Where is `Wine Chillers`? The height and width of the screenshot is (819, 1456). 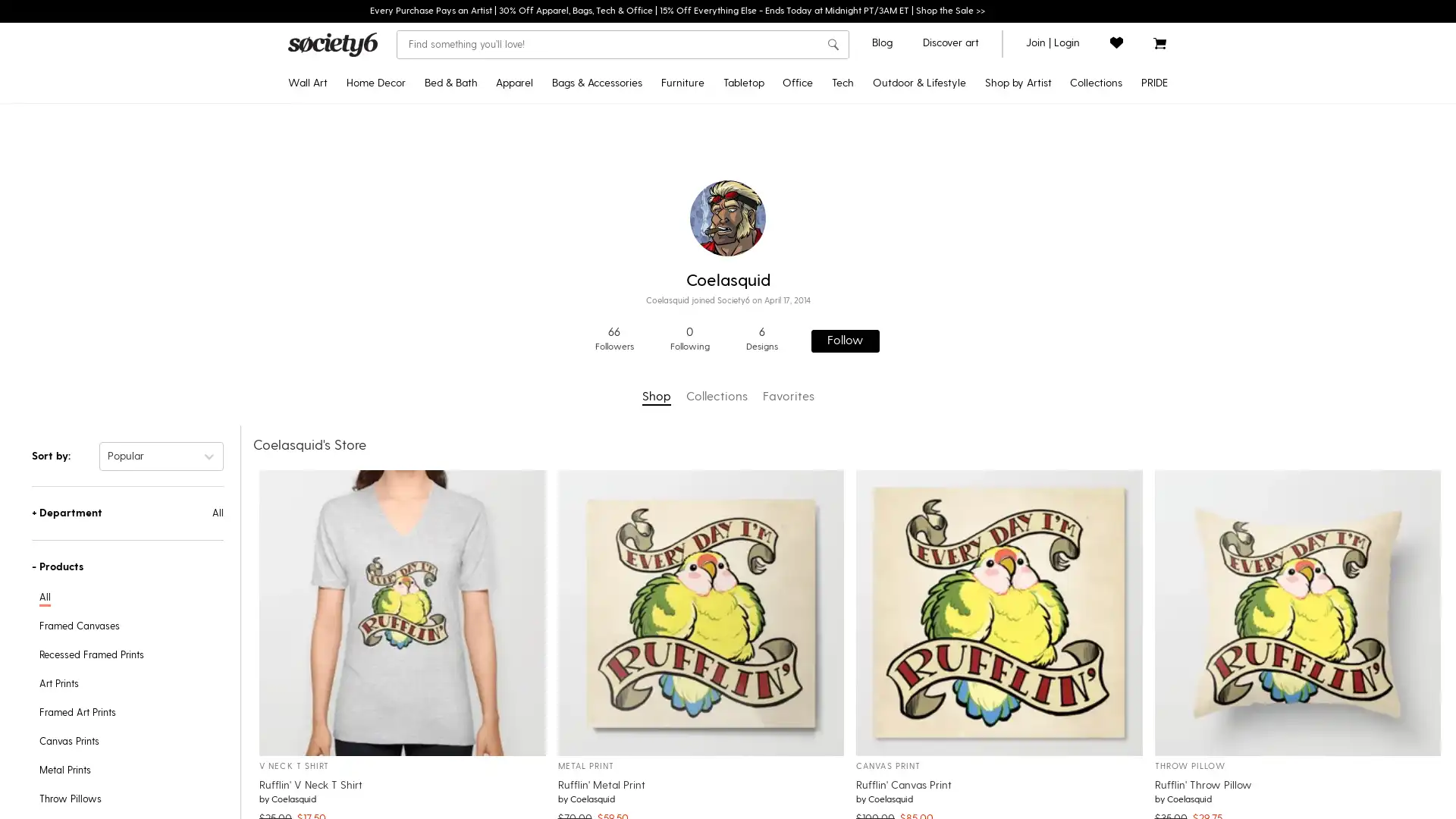 Wine Chillers is located at coordinates (771, 292).